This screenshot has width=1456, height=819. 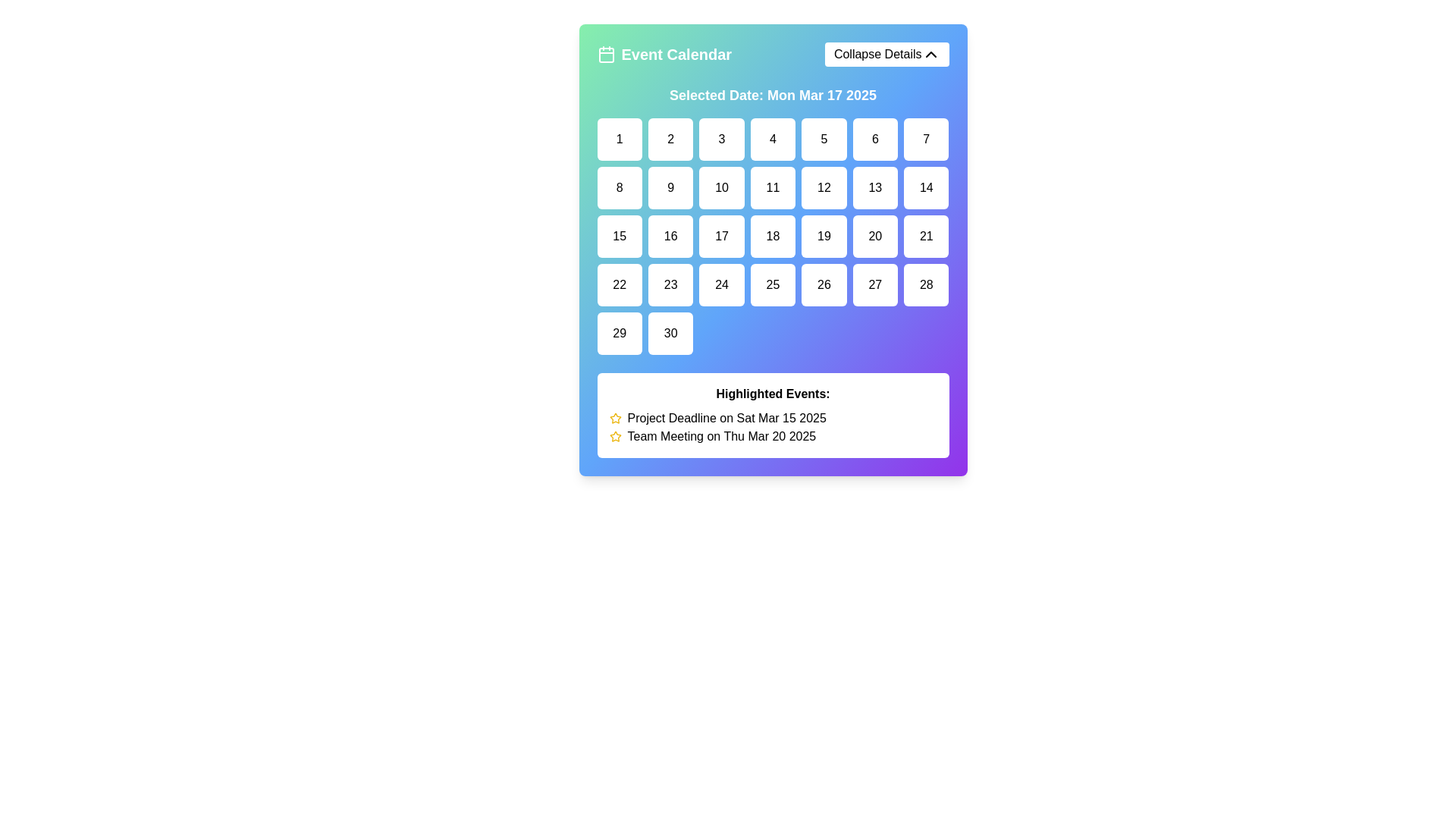 I want to click on the square button with the number '20' in a black font, located in the third row and sixth column of the calendar grid layout, so click(x=875, y=237).